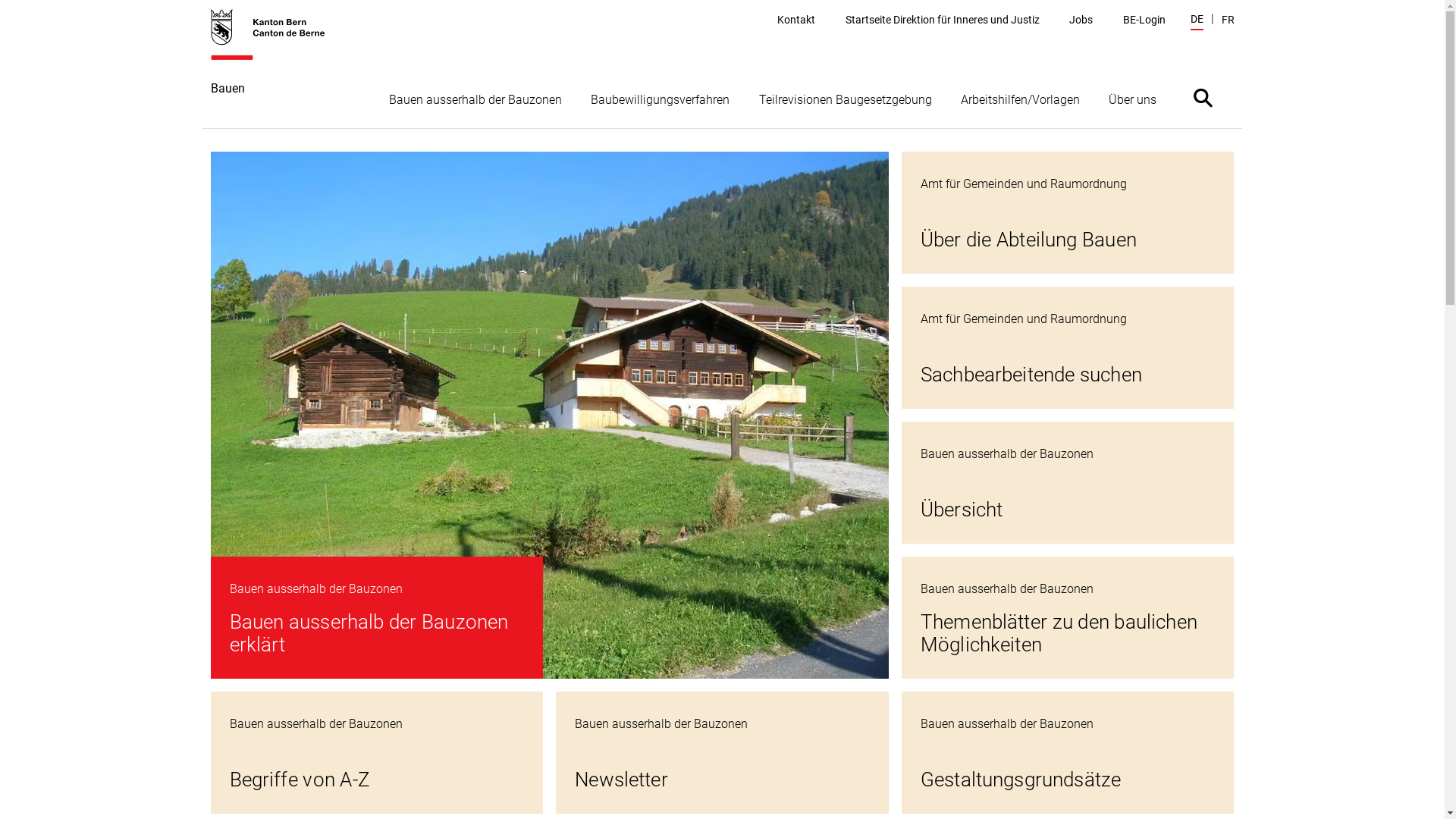 This screenshot has width=1456, height=819. What do you see at coordinates (795, 20) in the screenshot?
I see `'Kontakt'` at bounding box center [795, 20].